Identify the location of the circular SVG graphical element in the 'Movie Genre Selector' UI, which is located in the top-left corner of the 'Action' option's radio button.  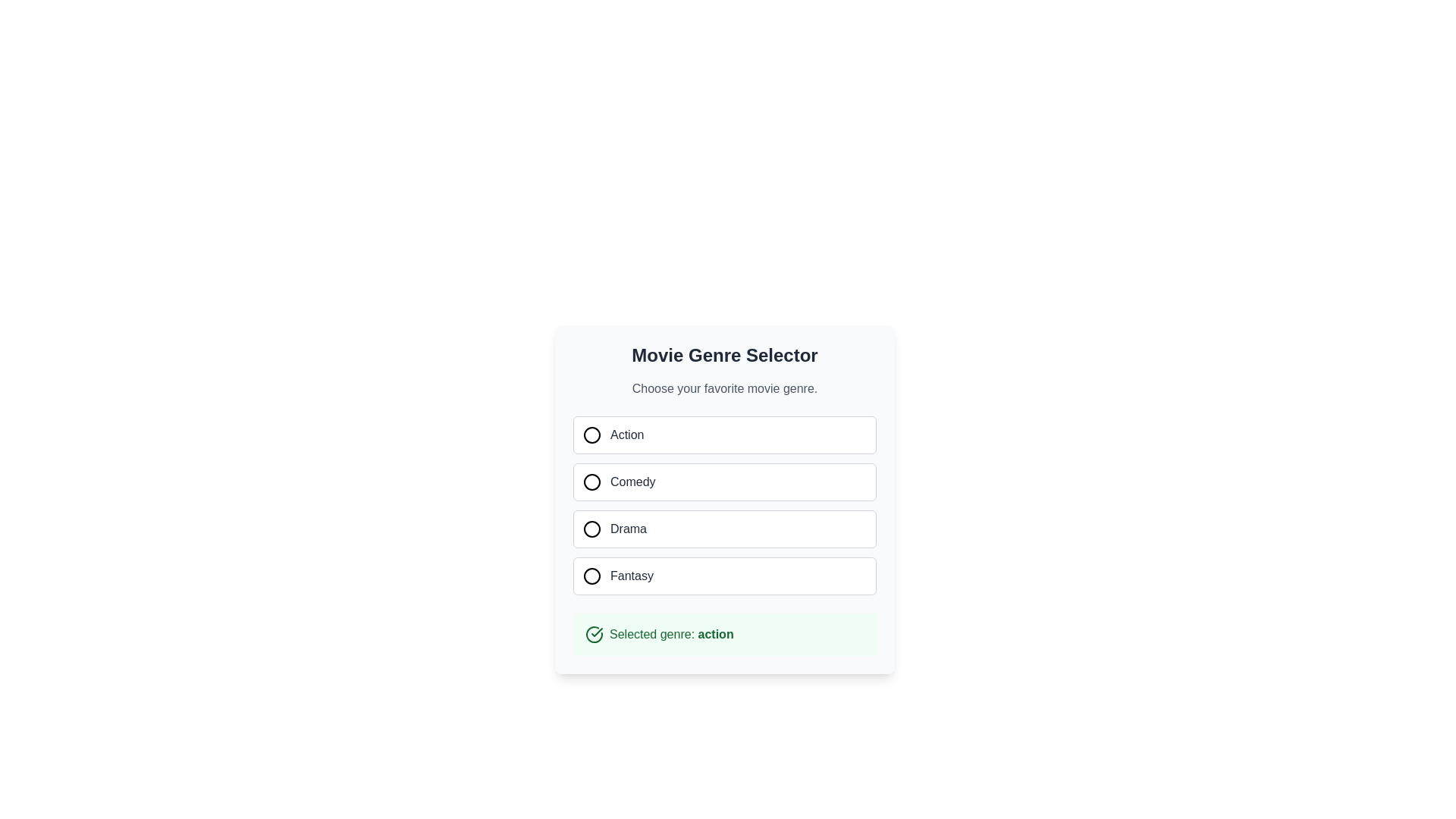
(591, 435).